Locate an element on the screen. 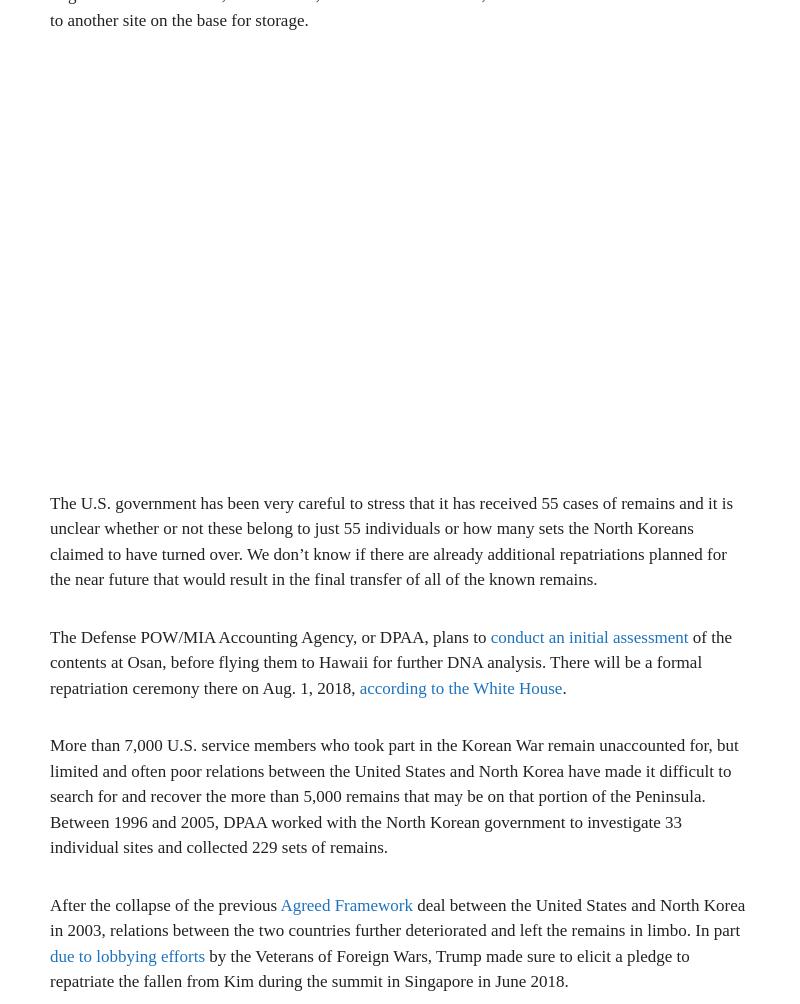 Image resolution: width=800 pixels, height=1004 pixels. 'deal between the United States and North Korea in 2003, relations between the two countries further deteriorated and left the remains in limbo. In part' is located at coordinates (396, 916).